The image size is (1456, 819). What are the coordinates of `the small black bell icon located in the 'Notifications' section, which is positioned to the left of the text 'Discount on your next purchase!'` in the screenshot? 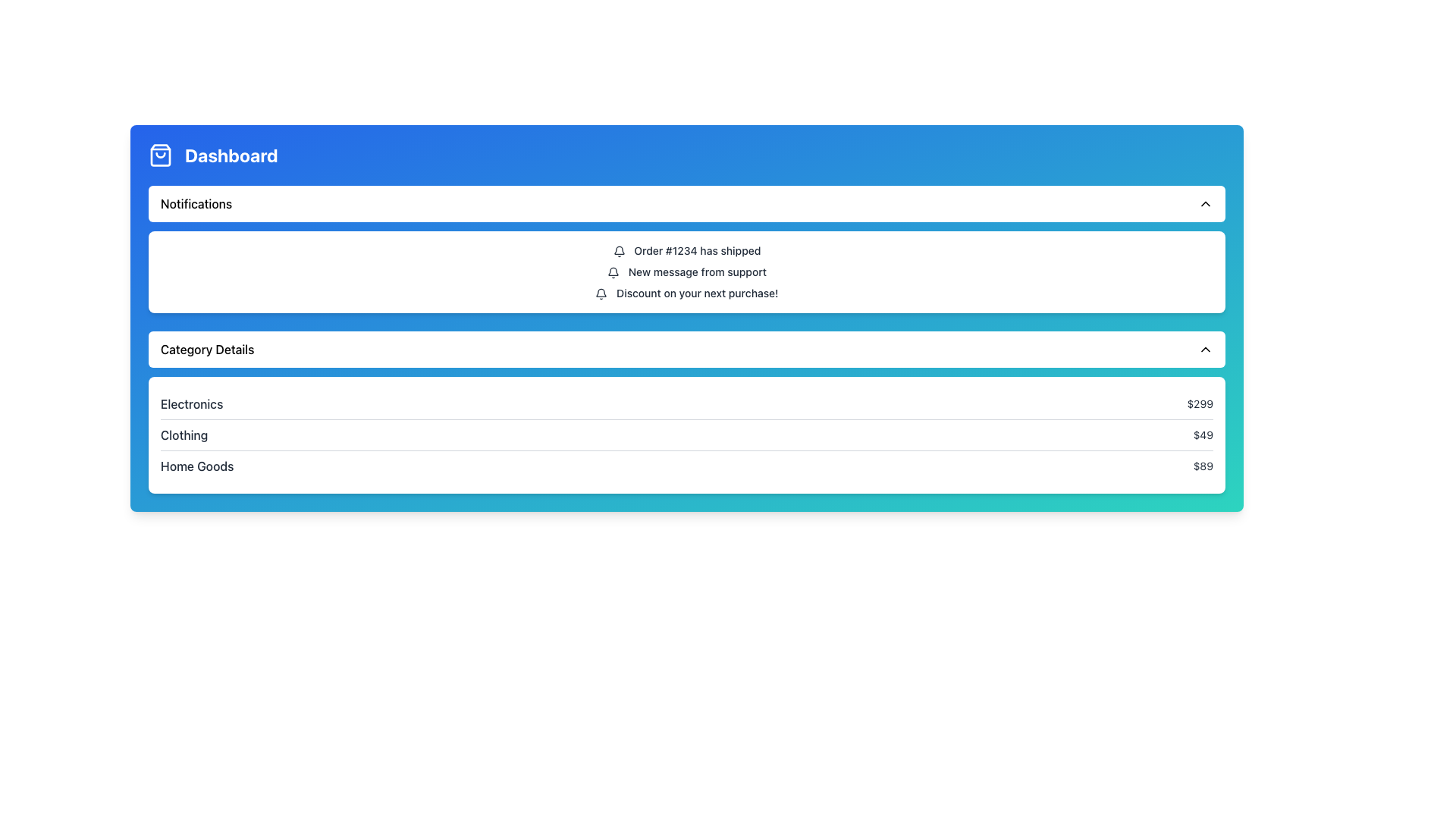 It's located at (601, 294).